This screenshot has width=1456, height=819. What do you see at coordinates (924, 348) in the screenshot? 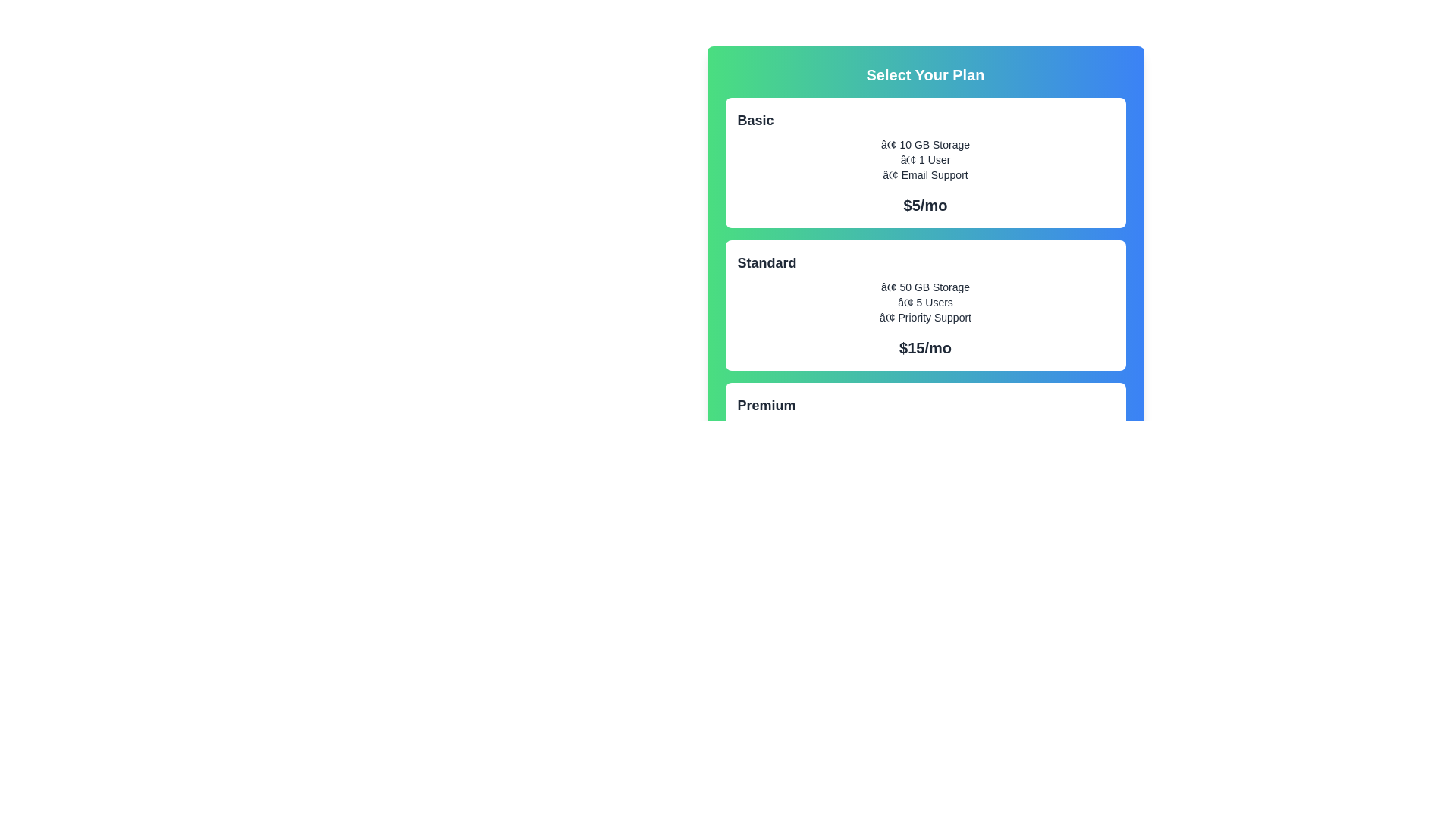
I see `pricing information displayed in the text label indicating the cost of $15 per month for the 'Standard' plan located at the bottom-right side of the pricing selection interface` at bounding box center [924, 348].